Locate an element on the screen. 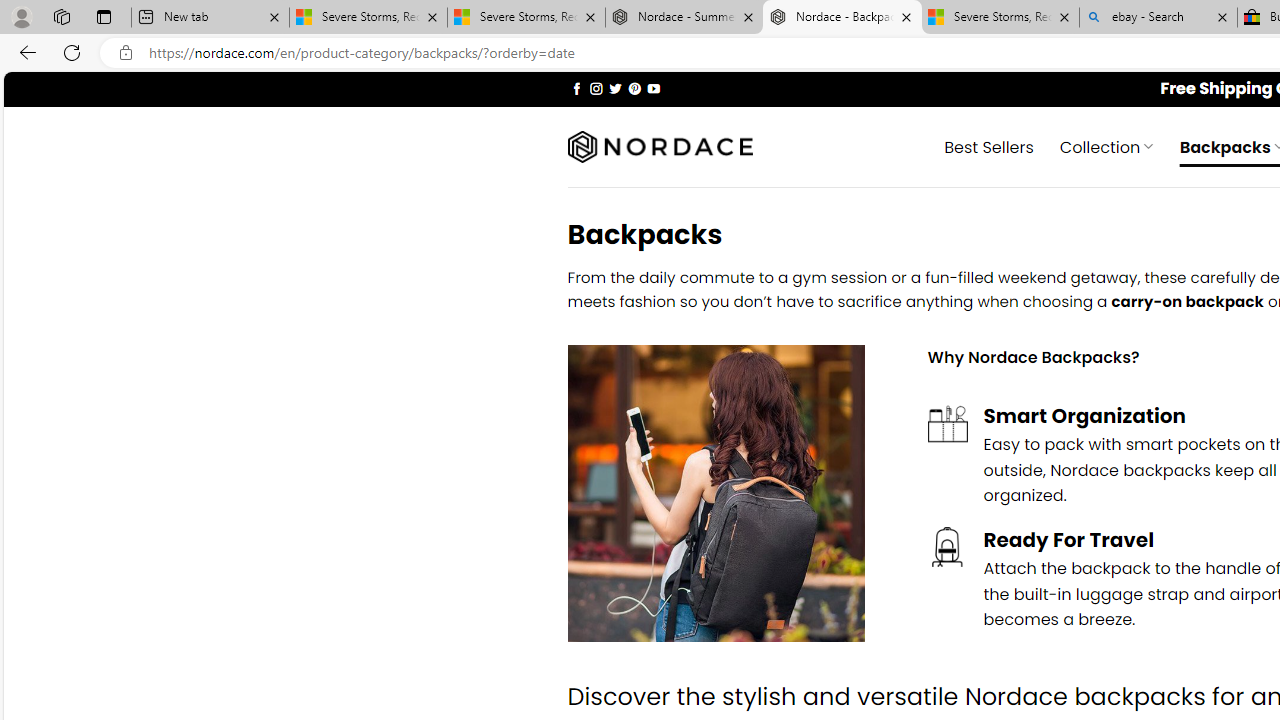  'Follow on Pinterest' is located at coordinates (633, 87).